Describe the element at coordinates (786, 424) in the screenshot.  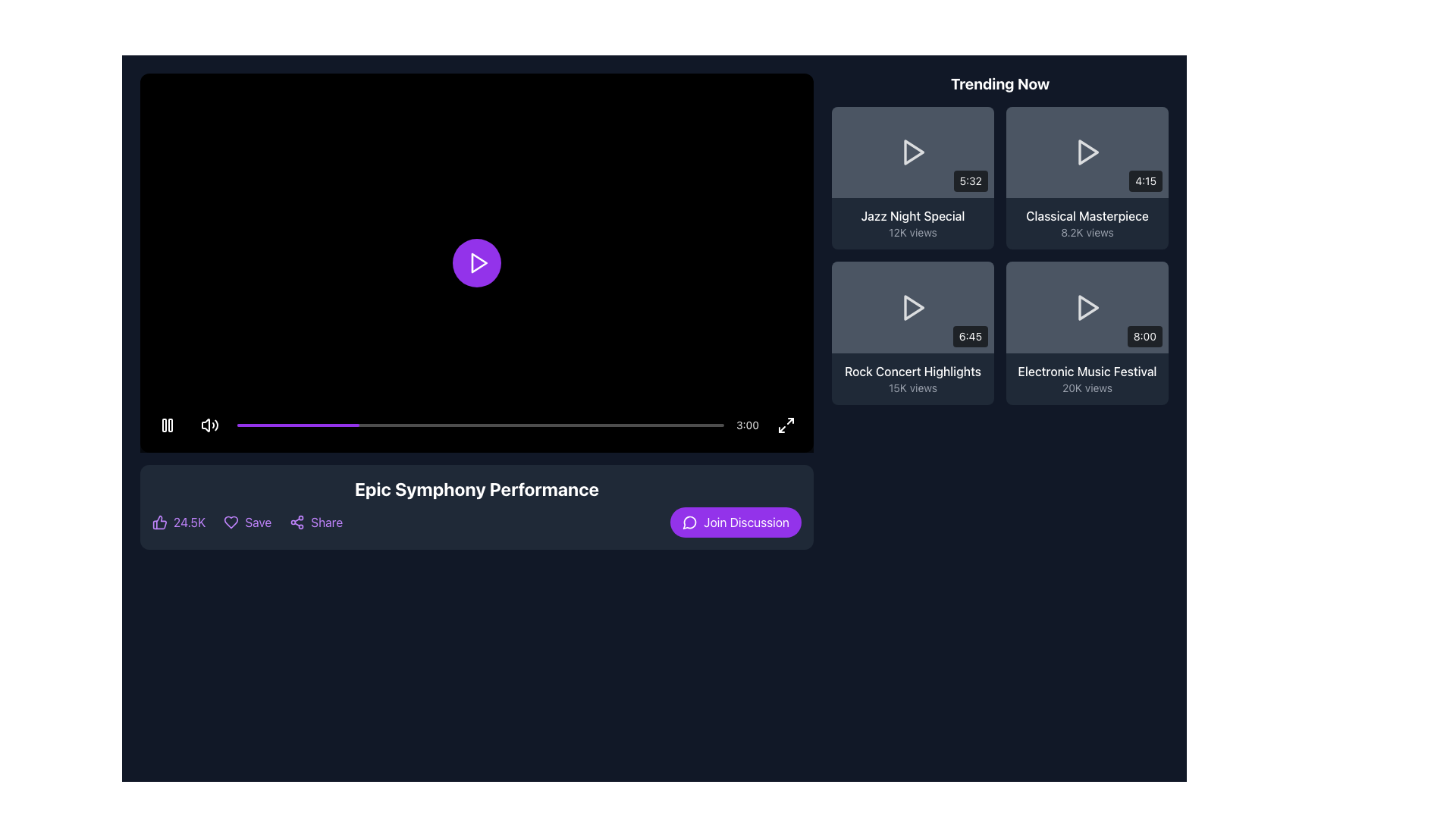
I see `the button located at the bottom-right corner of the video player, adjacent to the timestamp '3:00'` at that location.